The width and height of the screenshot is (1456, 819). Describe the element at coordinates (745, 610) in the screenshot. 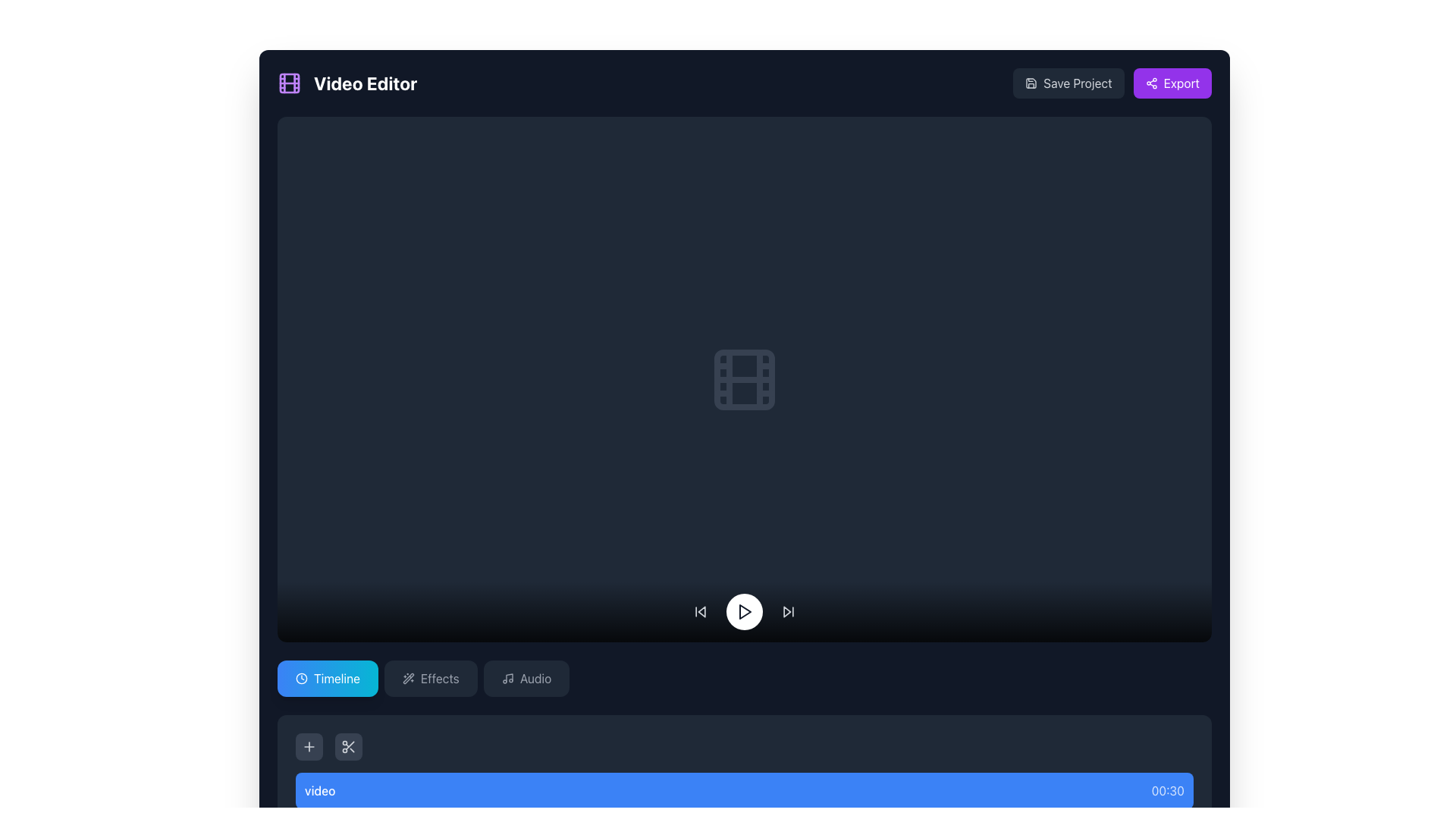

I see `the control bar with gradient background that provides playback options like play/pause, skip forward, and rewind functionalities` at that location.